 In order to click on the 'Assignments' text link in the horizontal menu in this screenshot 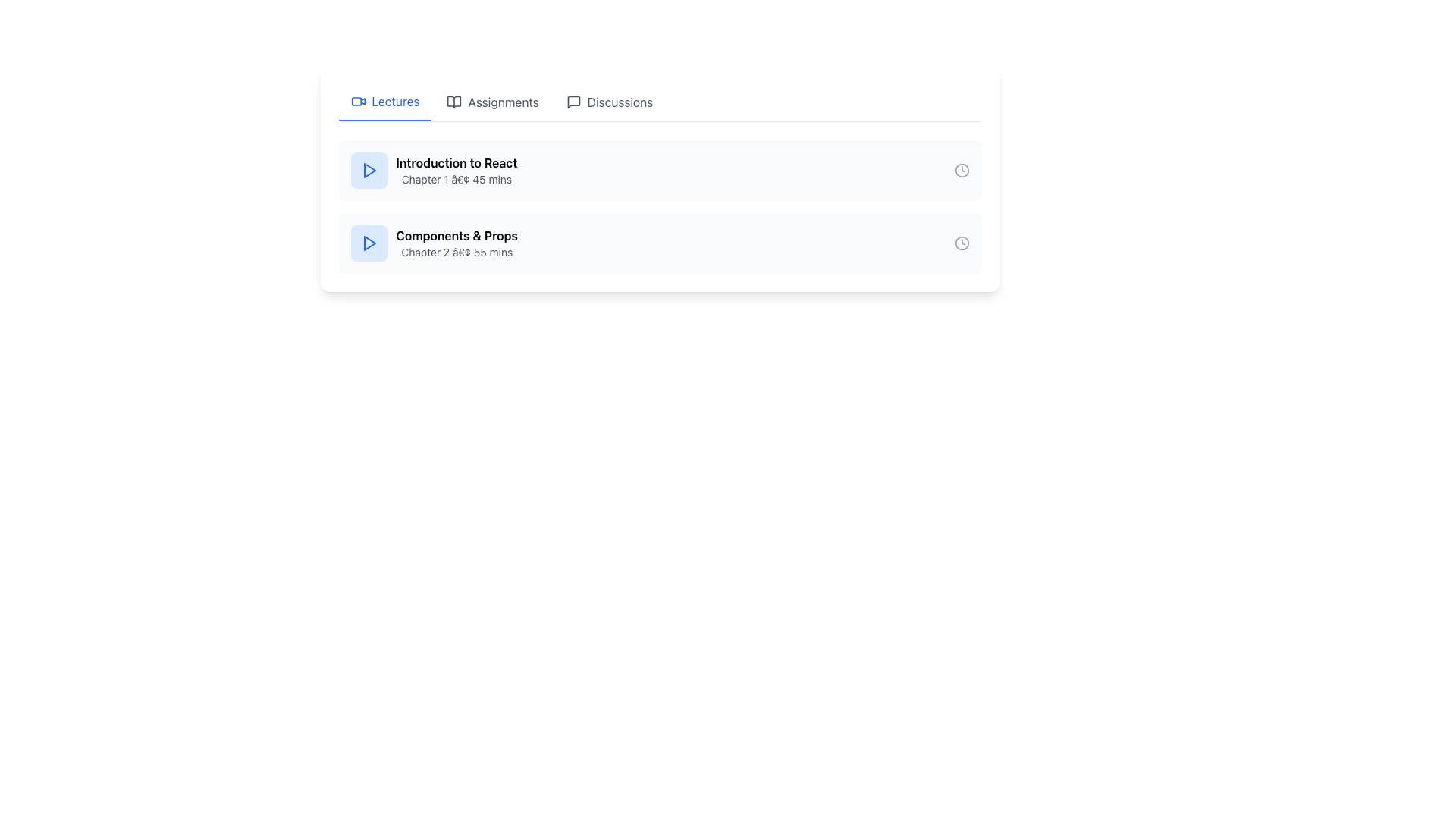, I will do `click(504, 102)`.